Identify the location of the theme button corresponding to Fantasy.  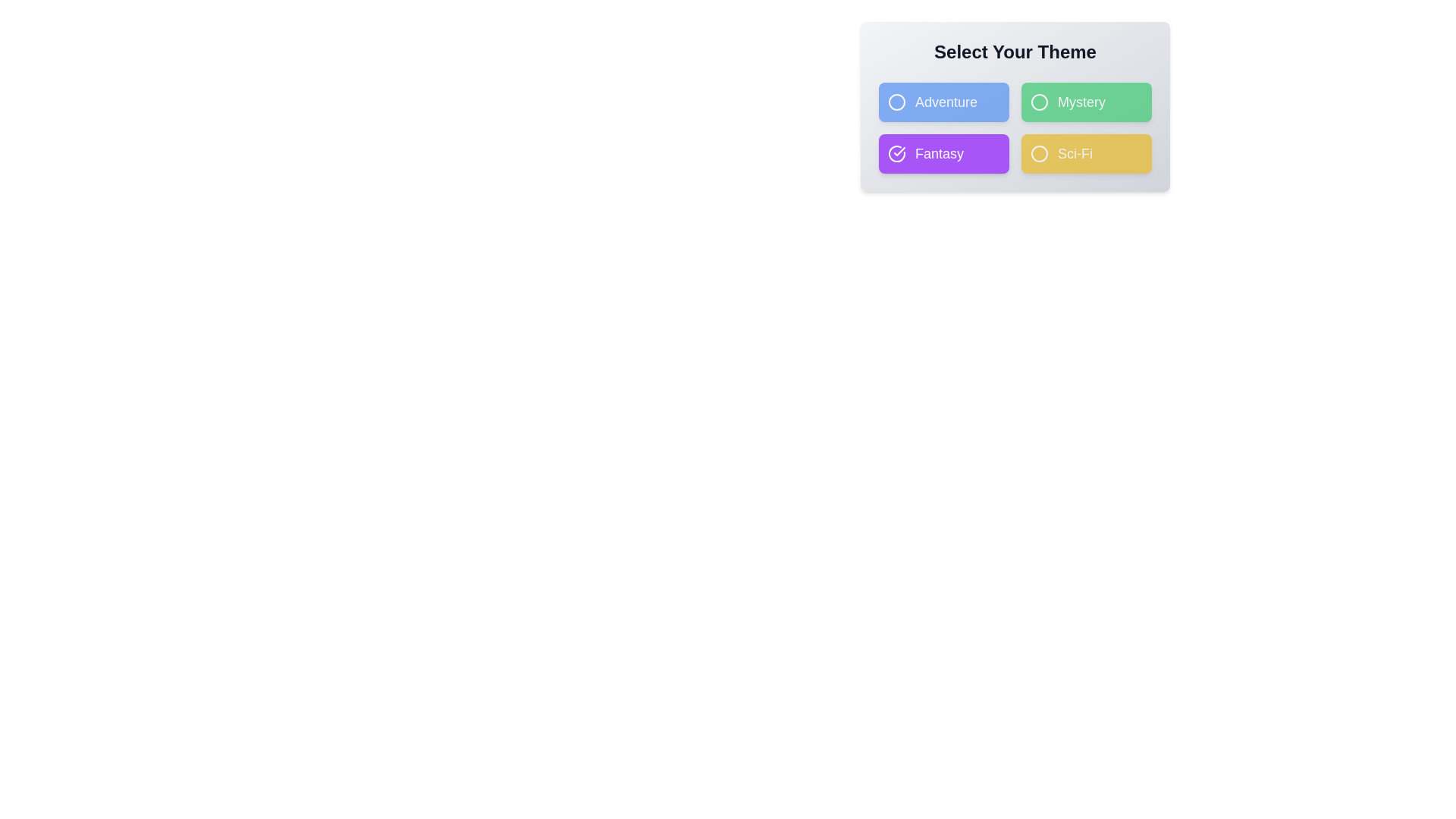
(943, 154).